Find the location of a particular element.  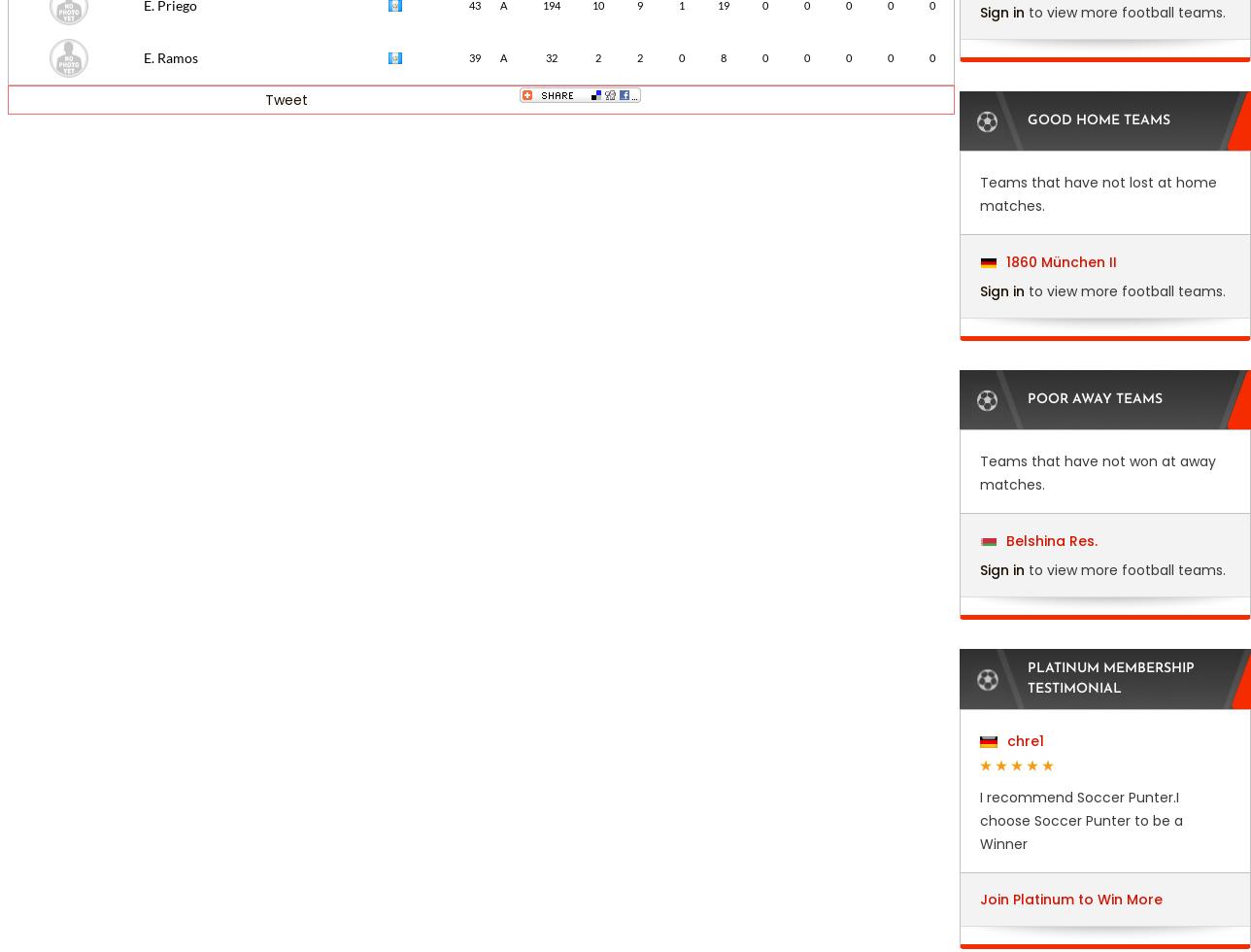

'E. Ramos' is located at coordinates (170, 57).